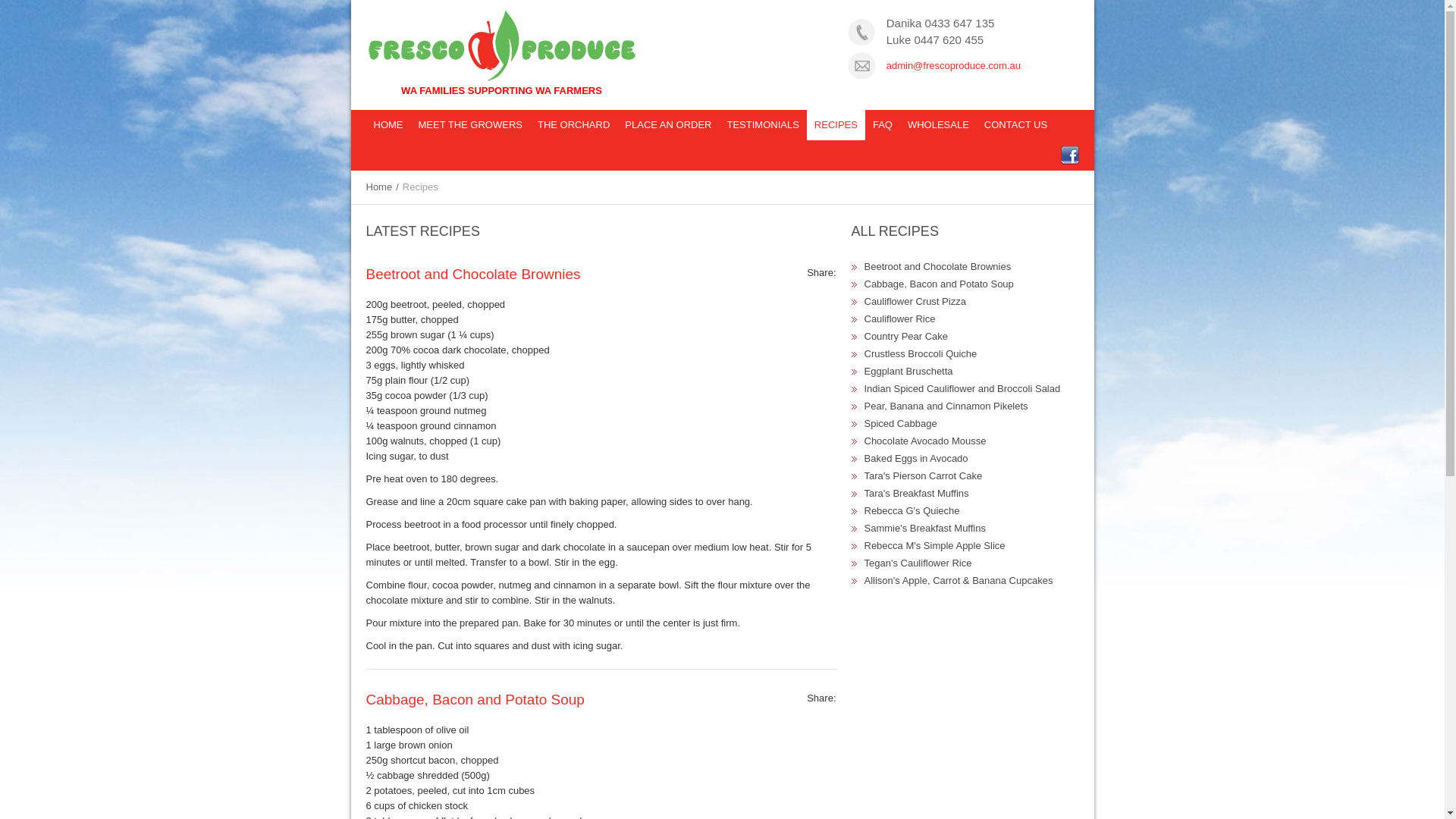  What do you see at coordinates (923, 475) in the screenshot?
I see `'Tara's Pierson Carrot Cake'` at bounding box center [923, 475].